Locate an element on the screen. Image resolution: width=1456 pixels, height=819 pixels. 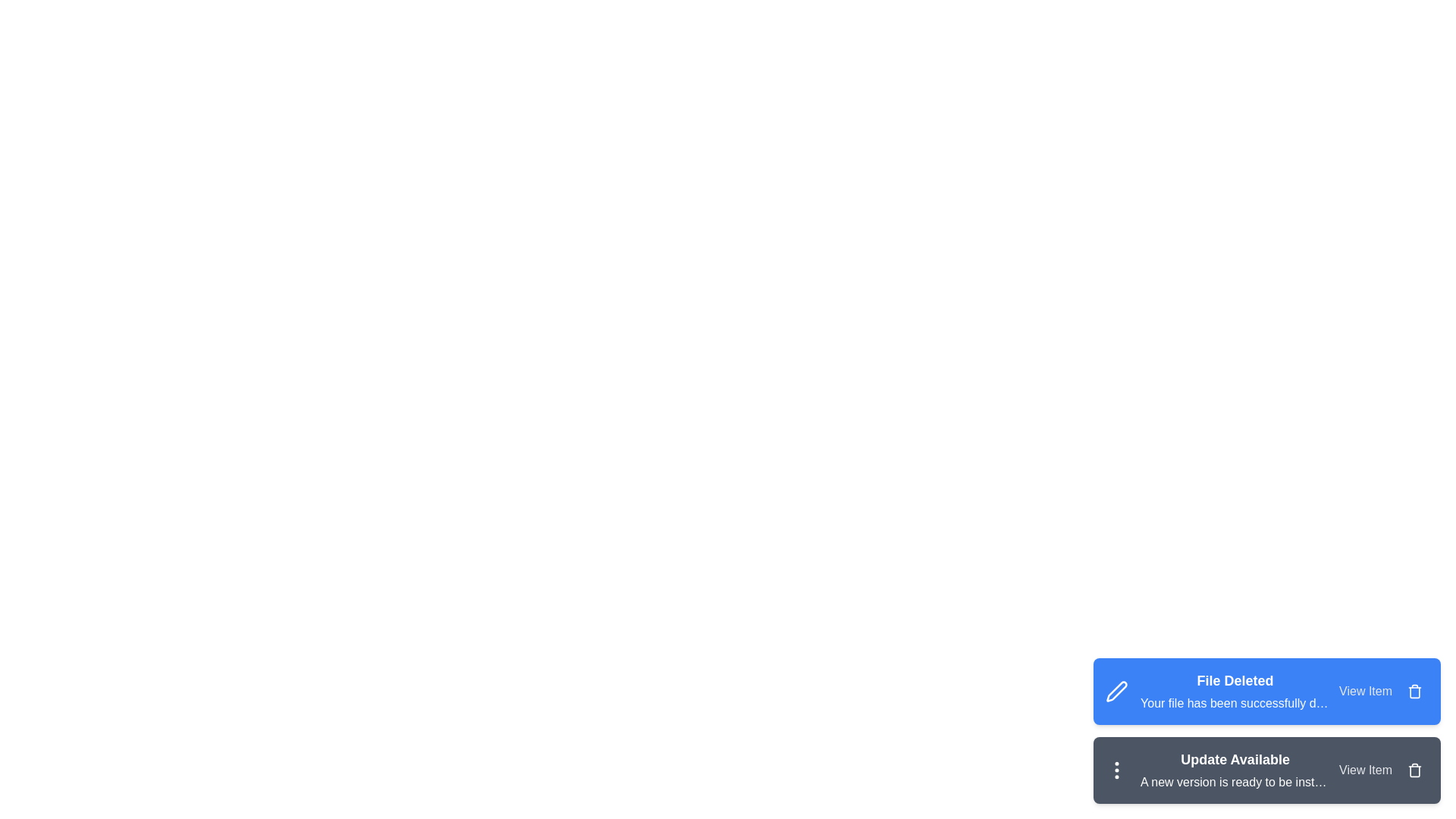
the 'View Item' button for the notification titled 'Update Available' is located at coordinates (1365, 770).